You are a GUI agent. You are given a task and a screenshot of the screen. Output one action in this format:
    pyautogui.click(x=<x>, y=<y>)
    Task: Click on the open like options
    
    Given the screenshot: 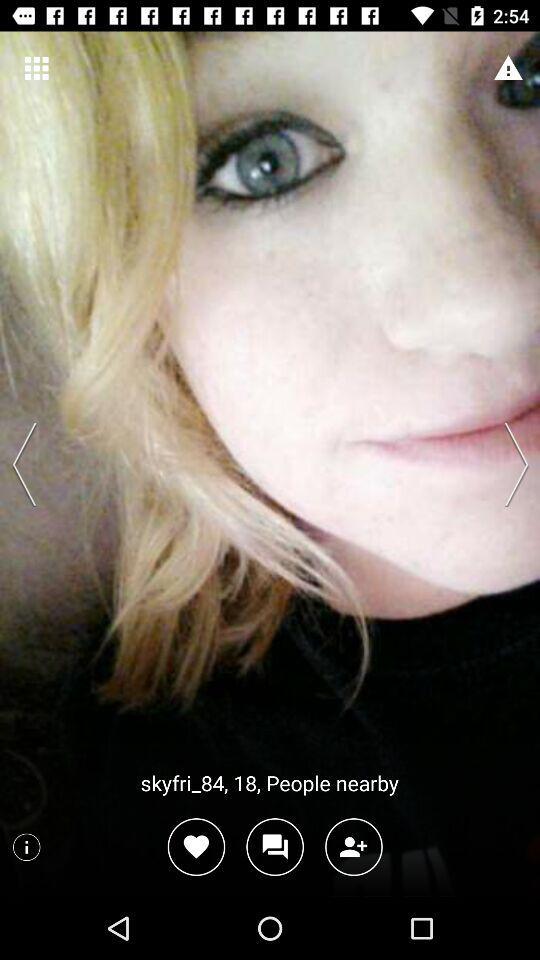 What is the action you would take?
    pyautogui.click(x=196, y=846)
    